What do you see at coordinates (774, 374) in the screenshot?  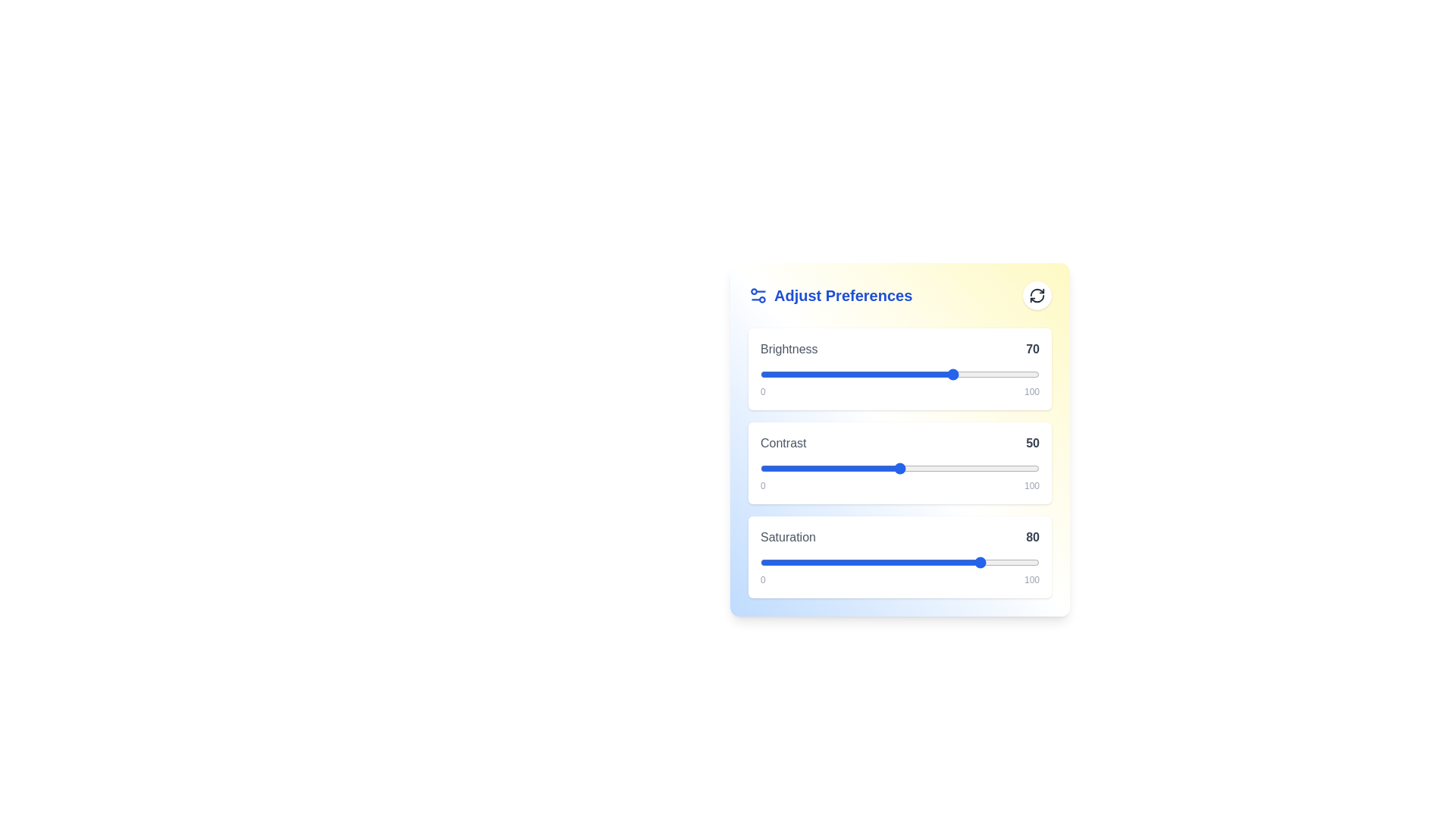 I see `the brightness level` at bounding box center [774, 374].